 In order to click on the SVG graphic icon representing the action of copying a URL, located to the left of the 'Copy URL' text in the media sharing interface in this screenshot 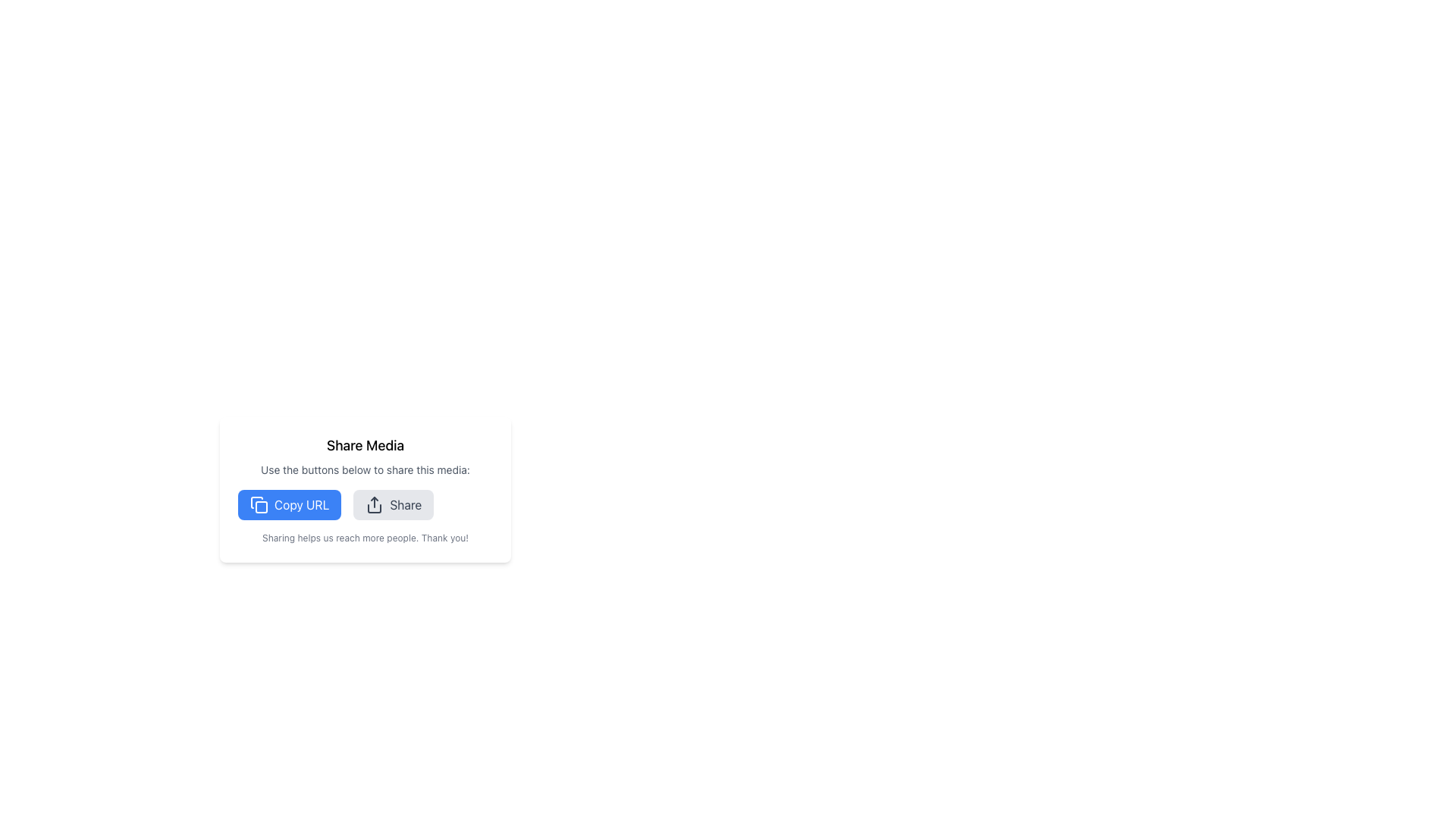, I will do `click(257, 503)`.